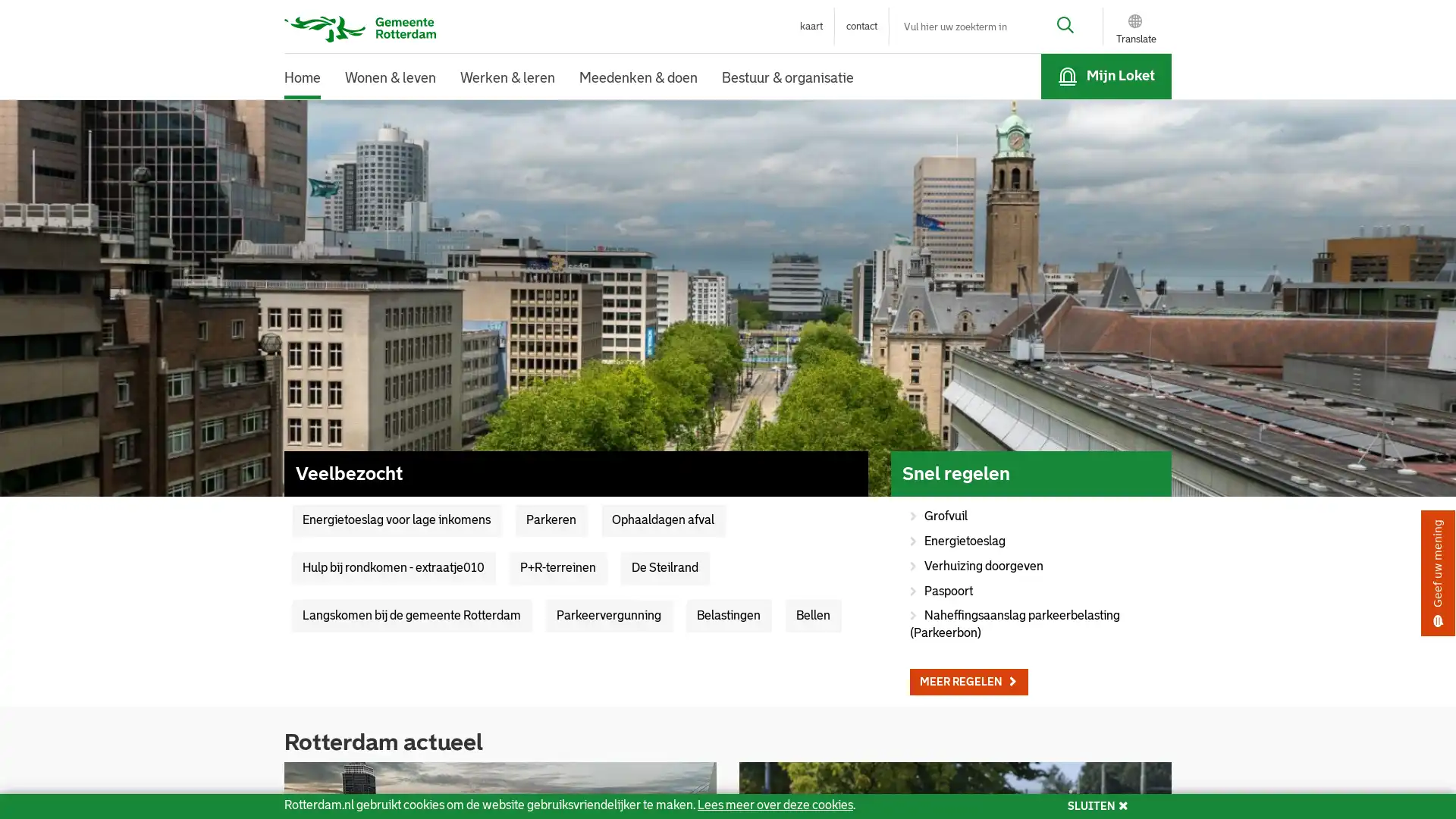 The height and width of the screenshot is (819, 1456). I want to click on Sluiten, so click(940, 42).